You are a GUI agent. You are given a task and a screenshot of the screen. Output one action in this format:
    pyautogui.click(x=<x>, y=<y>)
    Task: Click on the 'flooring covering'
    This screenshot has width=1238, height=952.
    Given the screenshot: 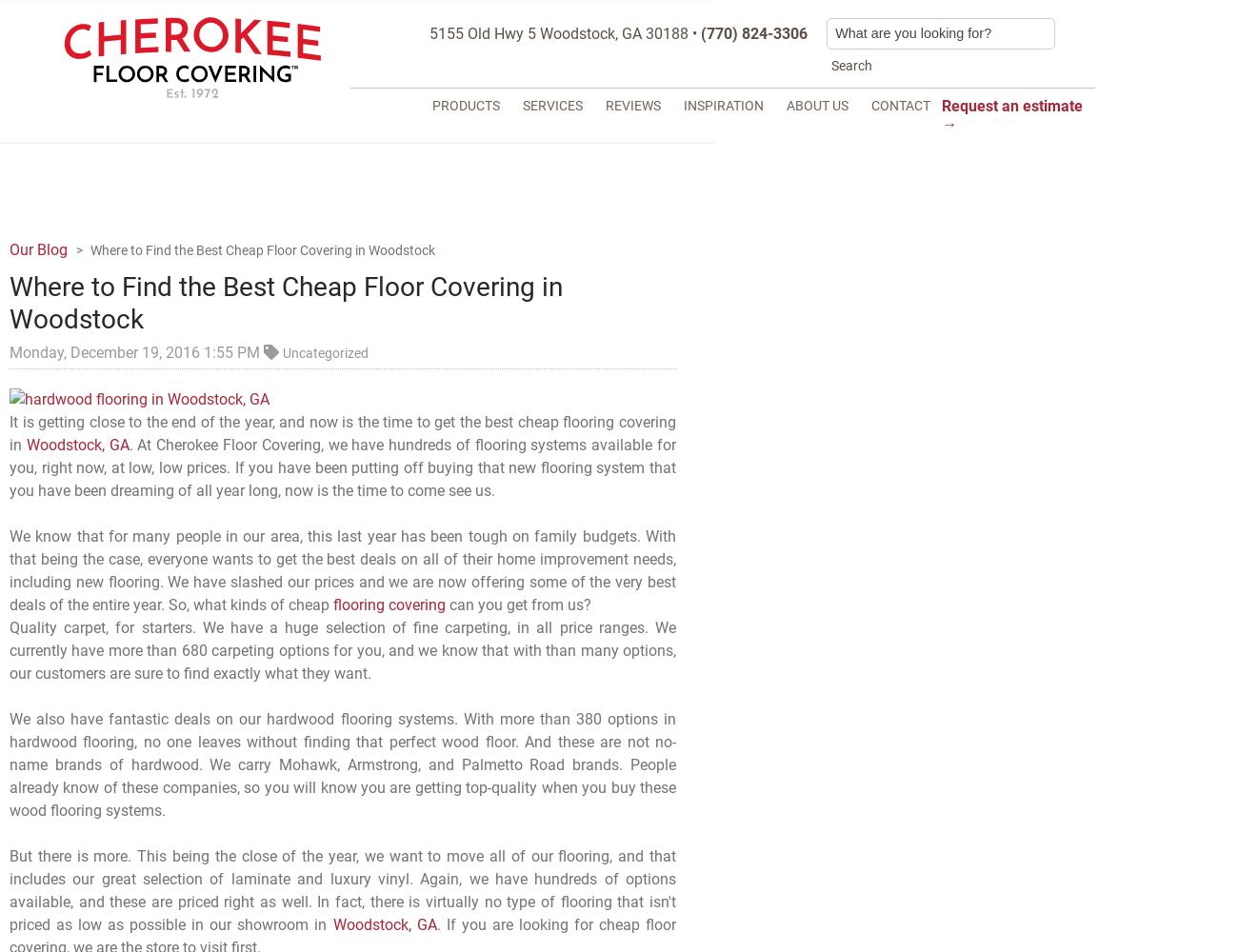 What is the action you would take?
    pyautogui.click(x=389, y=605)
    